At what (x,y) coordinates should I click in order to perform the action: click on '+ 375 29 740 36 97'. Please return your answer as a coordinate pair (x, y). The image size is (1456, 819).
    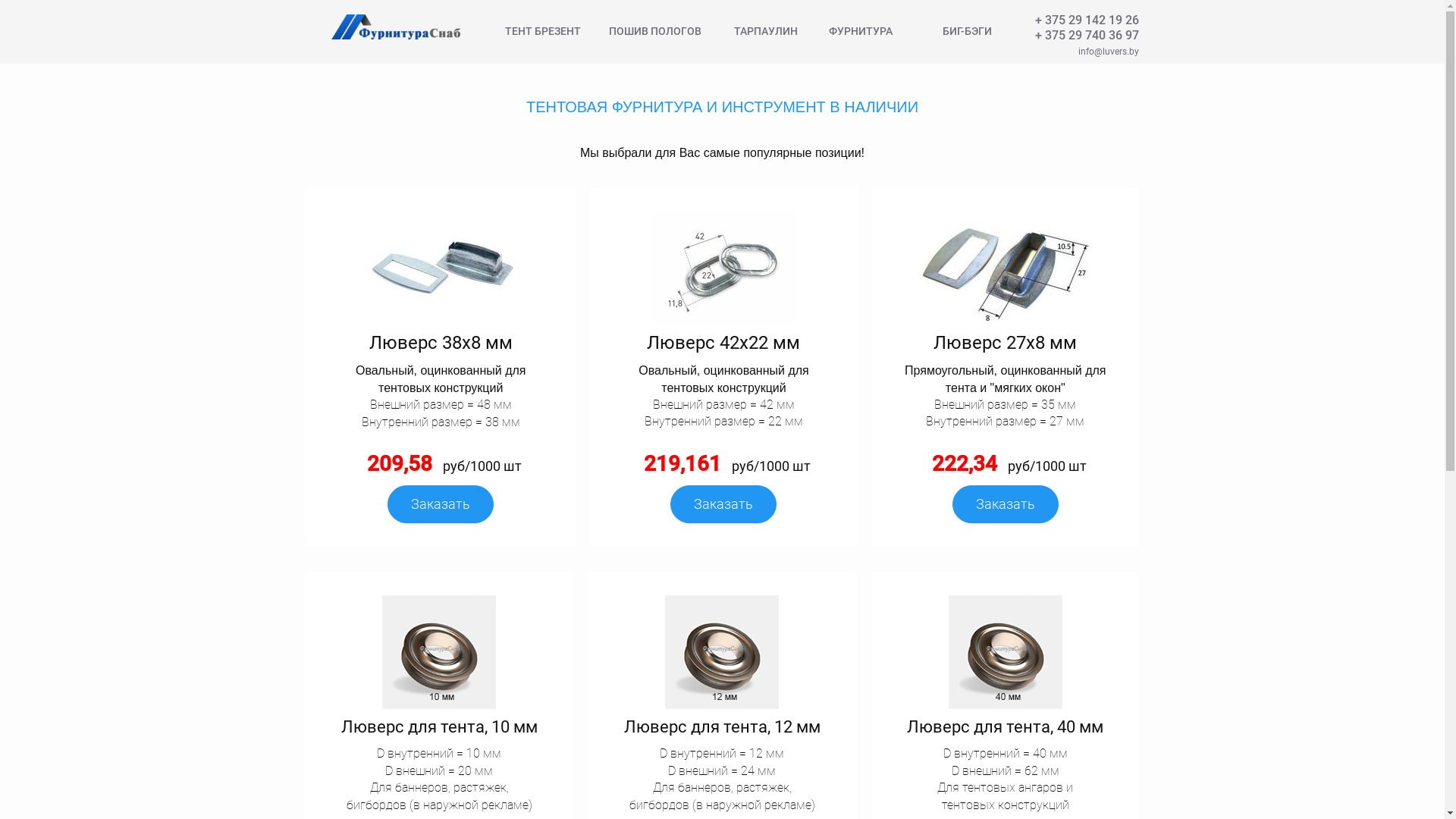
    Looking at the image, I should click on (1086, 34).